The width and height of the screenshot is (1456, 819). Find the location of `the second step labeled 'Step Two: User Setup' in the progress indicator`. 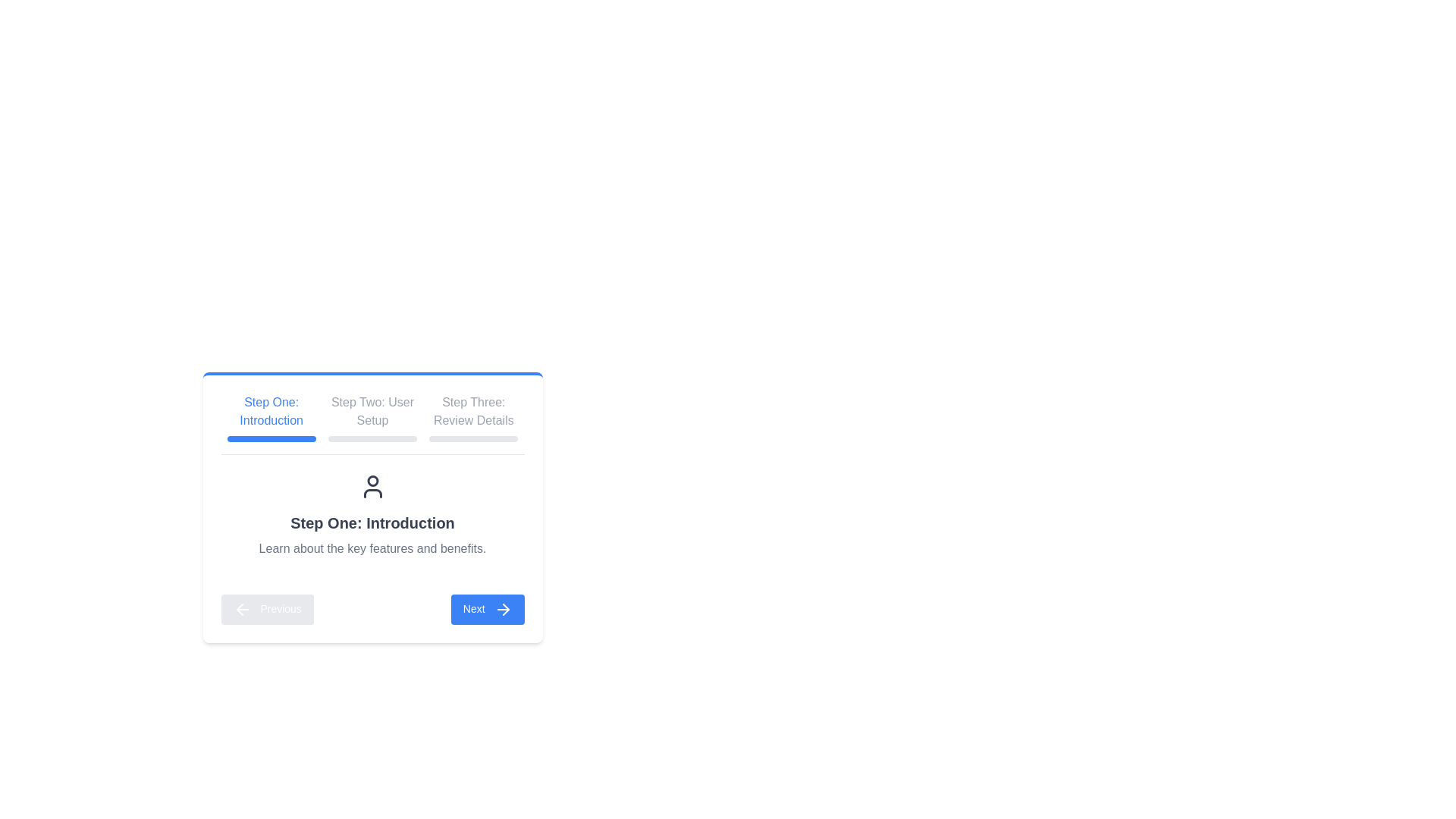

the second step labeled 'Step Two: User Setup' in the progress indicator is located at coordinates (372, 424).